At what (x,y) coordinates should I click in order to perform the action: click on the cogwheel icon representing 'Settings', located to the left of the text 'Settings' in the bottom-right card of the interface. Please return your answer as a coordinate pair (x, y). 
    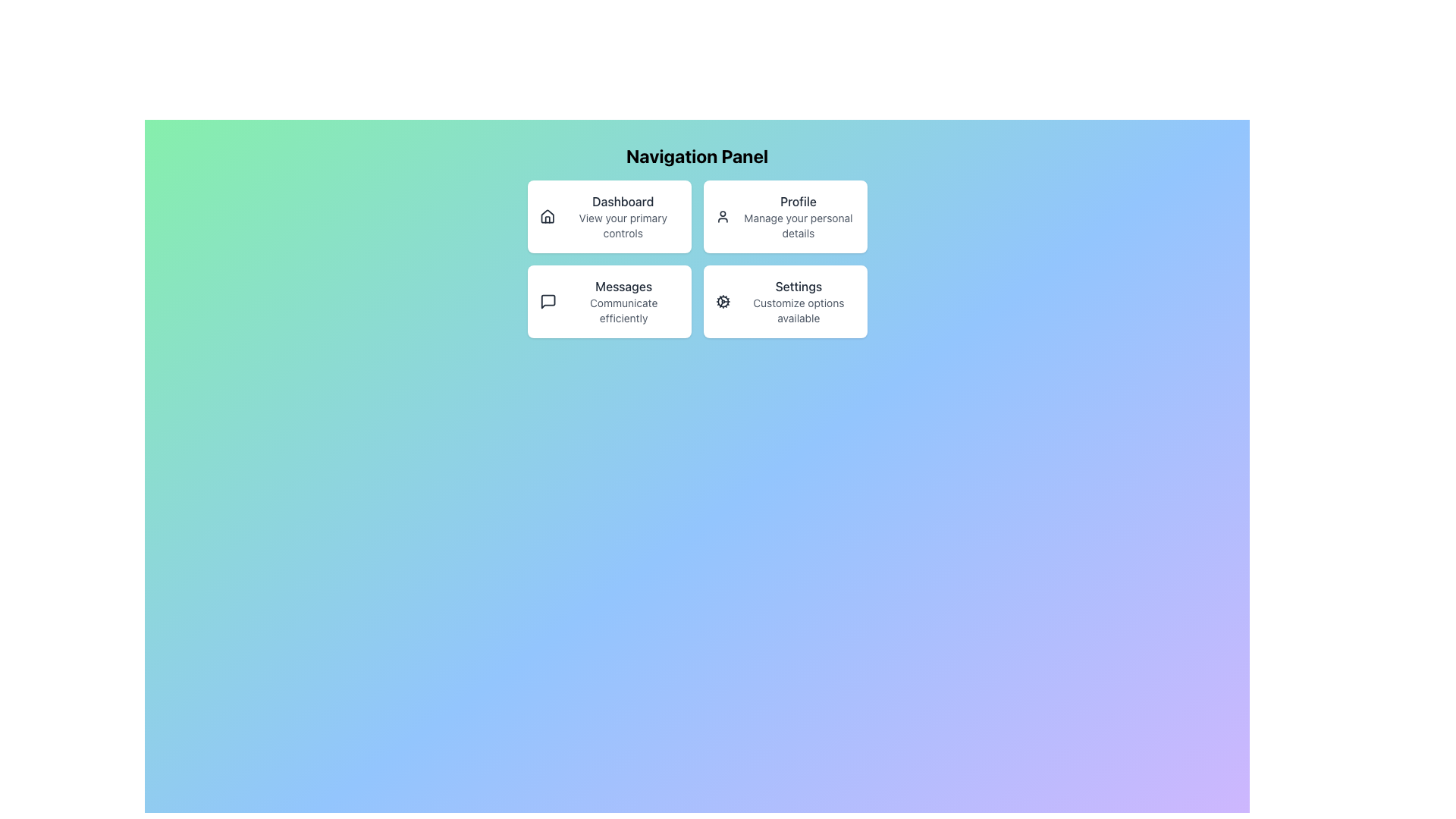
    Looking at the image, I should click on (722, 301).